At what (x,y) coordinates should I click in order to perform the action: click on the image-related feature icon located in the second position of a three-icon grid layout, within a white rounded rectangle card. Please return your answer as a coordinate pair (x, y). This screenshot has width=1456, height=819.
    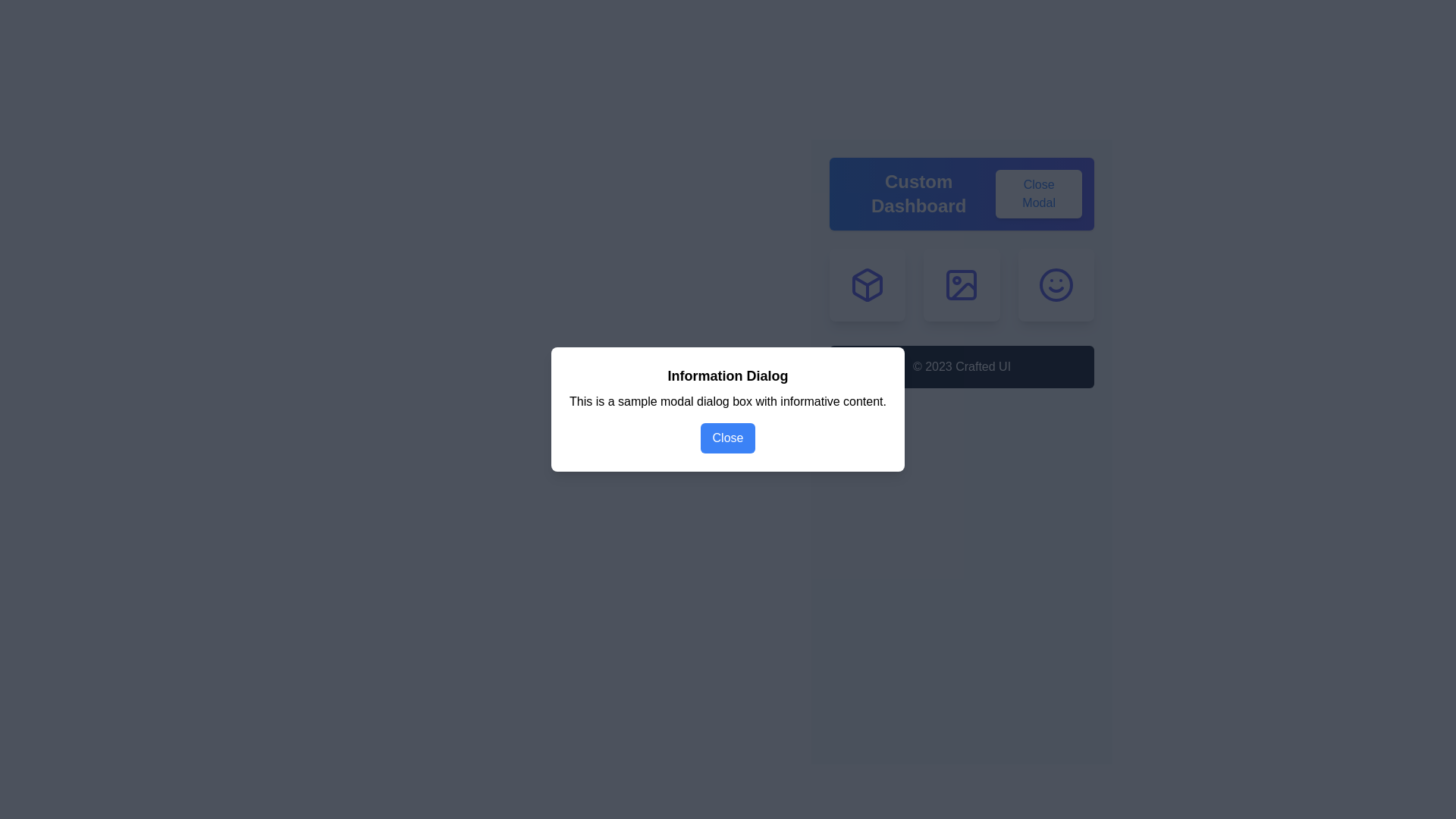
    Looking at the image, I should click on (961, 284).